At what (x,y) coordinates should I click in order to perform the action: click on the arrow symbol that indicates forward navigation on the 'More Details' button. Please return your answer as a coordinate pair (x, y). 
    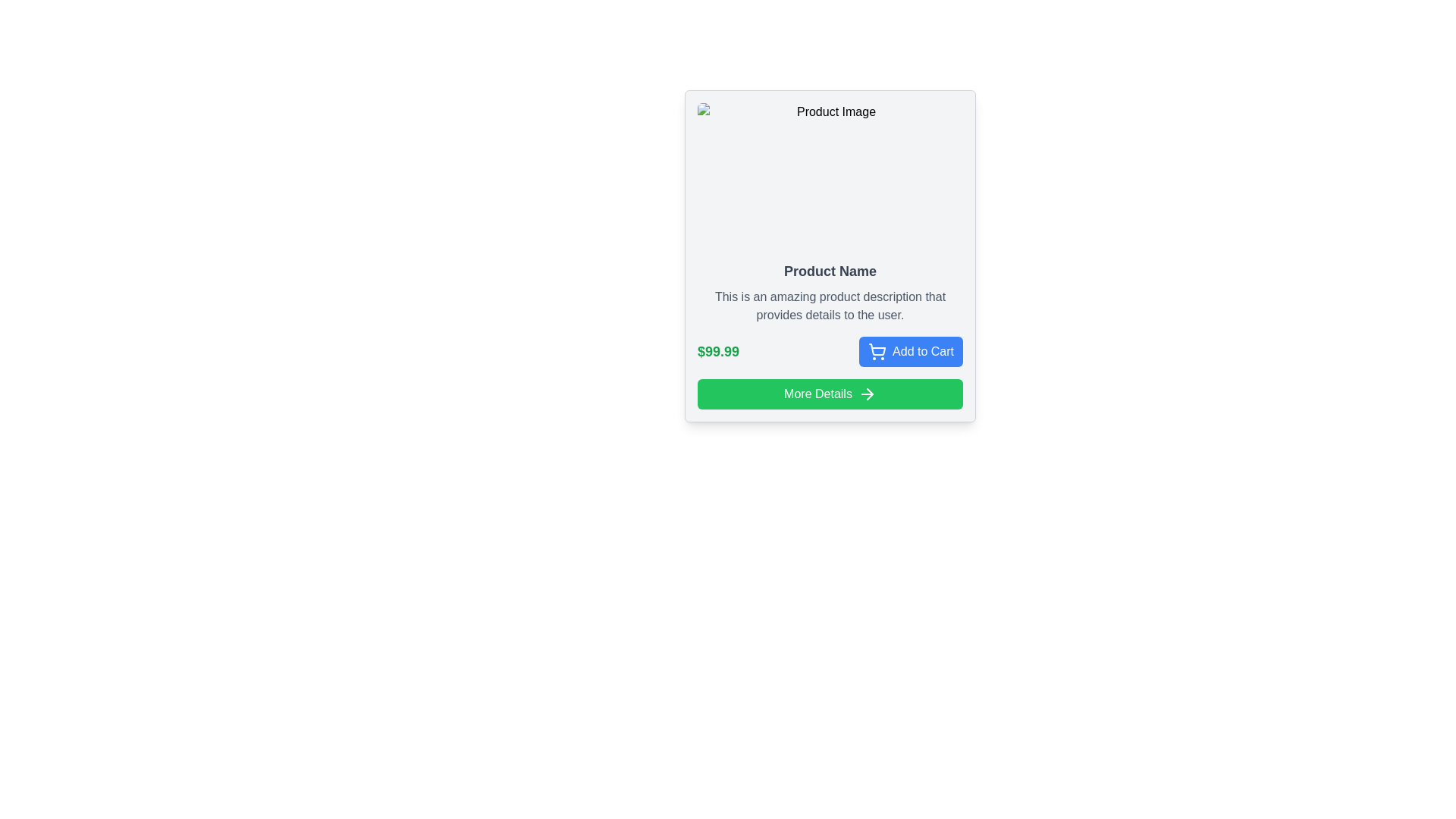
    Looking at the image, I should click on (870, 394).